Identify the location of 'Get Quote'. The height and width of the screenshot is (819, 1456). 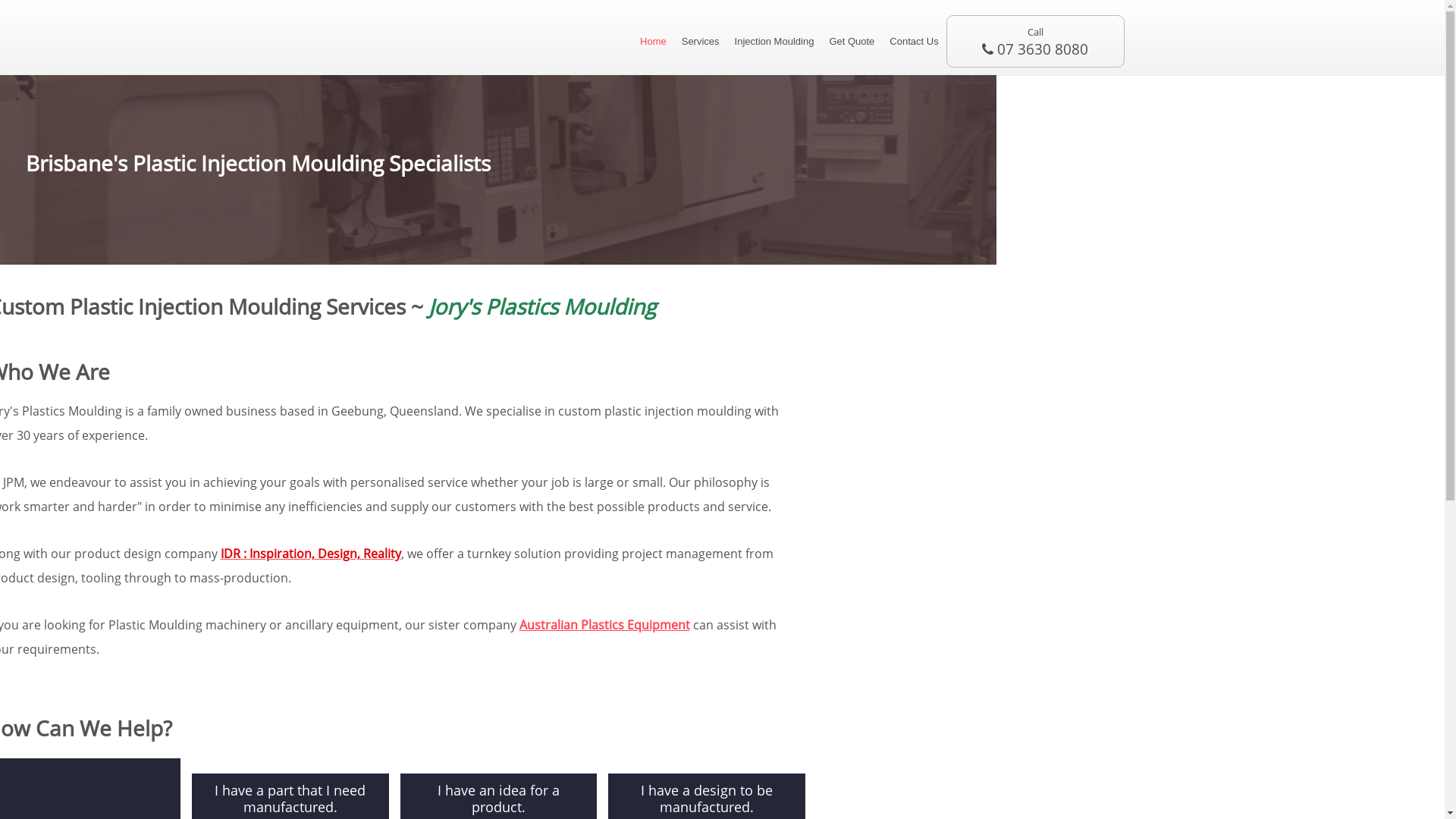
(852, 40).